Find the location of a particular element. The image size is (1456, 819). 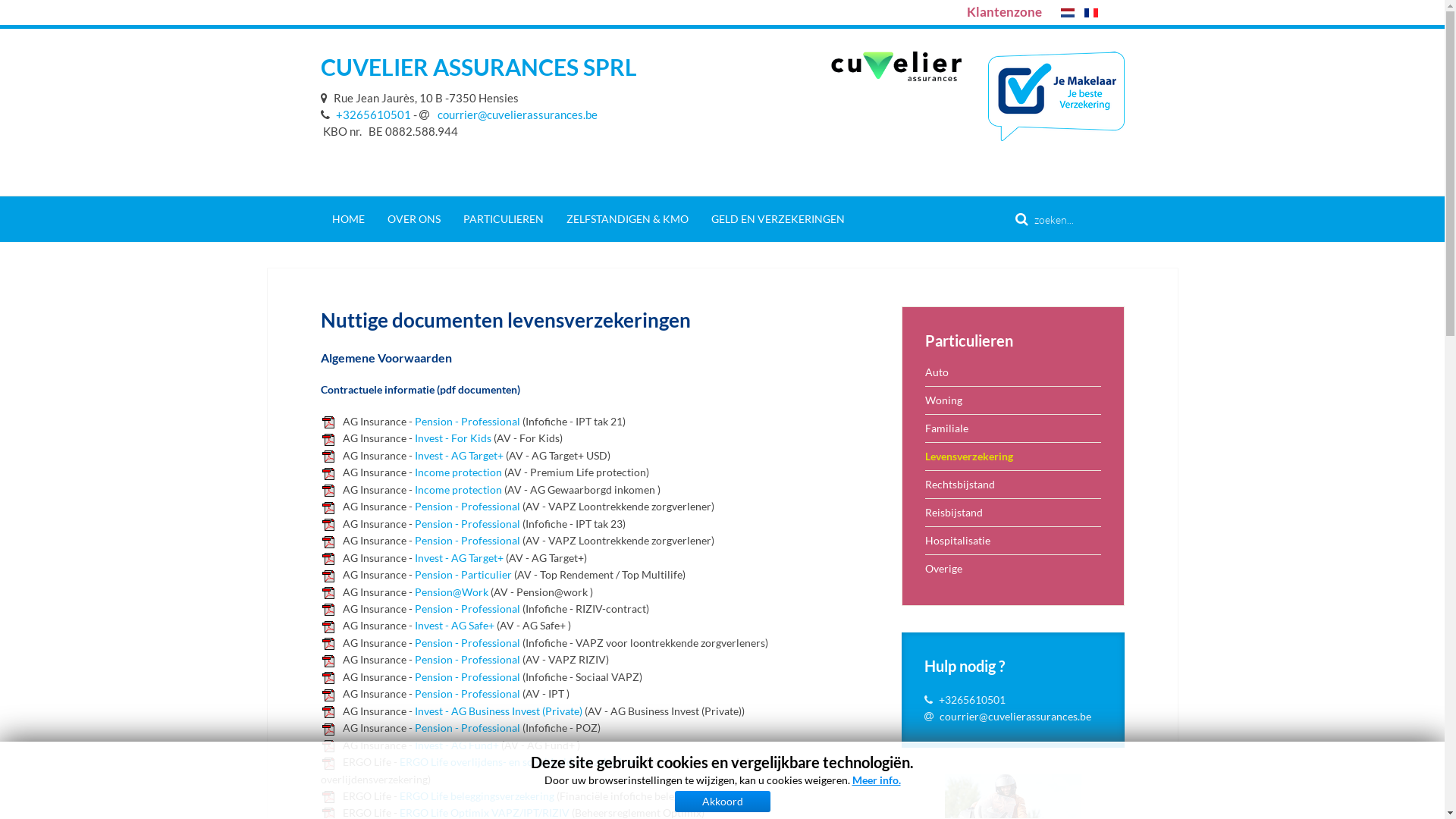

'OVER ONS' is located at coordinates (414, 219).